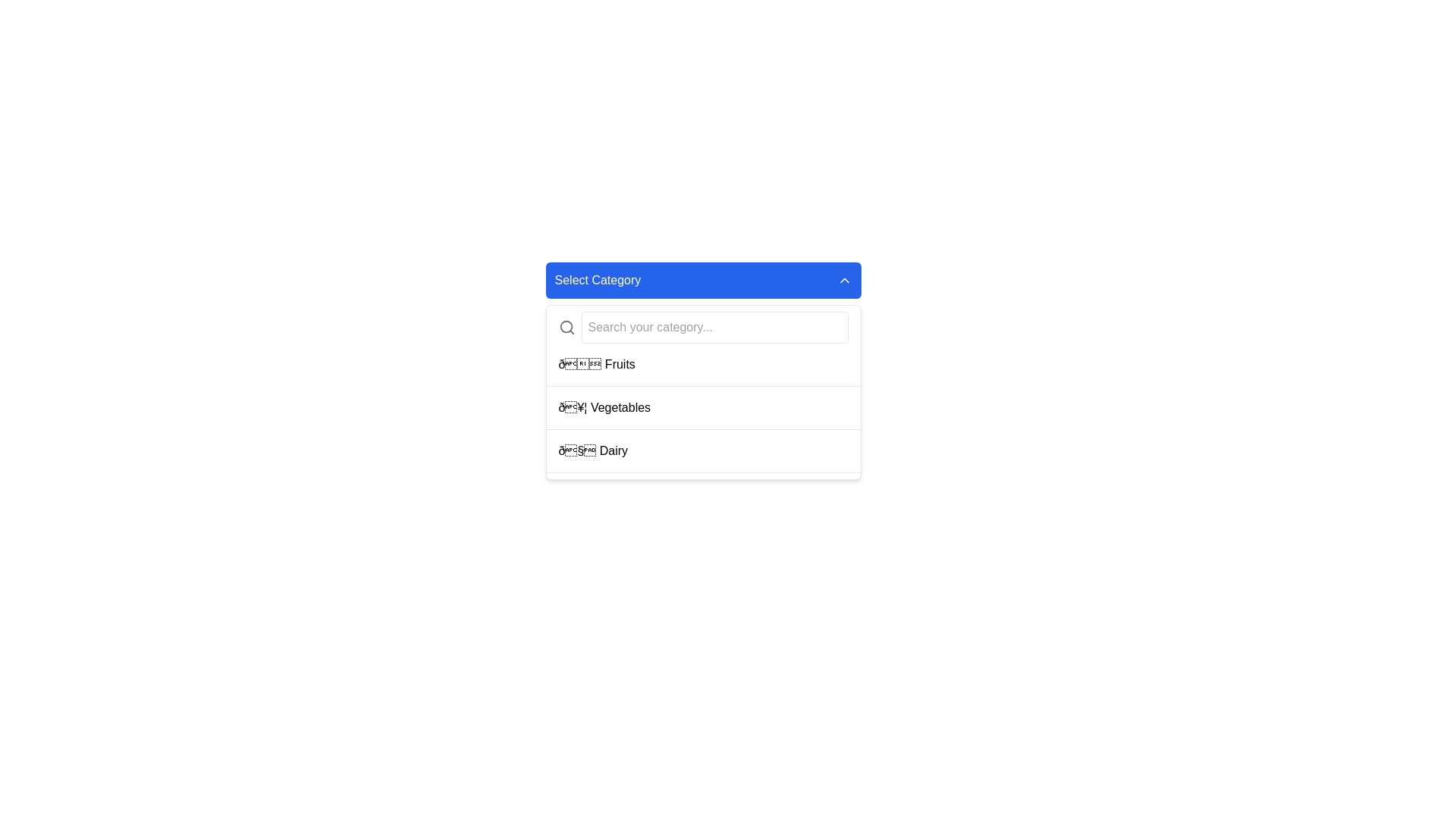  Describe the element at coordinates (702, 371) in the screenshot. I see `the first item in the dropdown list that selects 'Fruits'` at that location.